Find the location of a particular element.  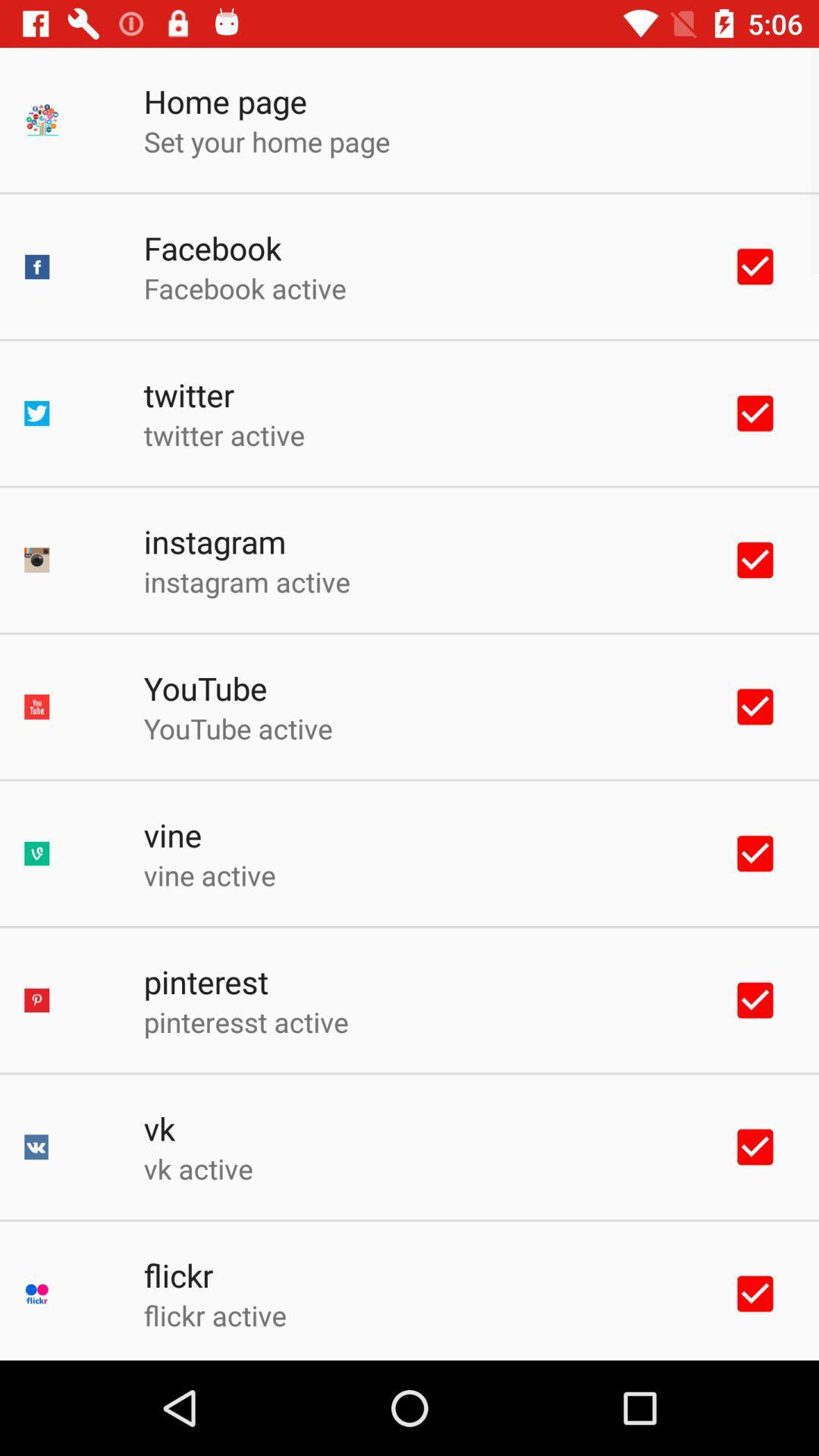

app below the instagram is located at coordinates (246, 581).